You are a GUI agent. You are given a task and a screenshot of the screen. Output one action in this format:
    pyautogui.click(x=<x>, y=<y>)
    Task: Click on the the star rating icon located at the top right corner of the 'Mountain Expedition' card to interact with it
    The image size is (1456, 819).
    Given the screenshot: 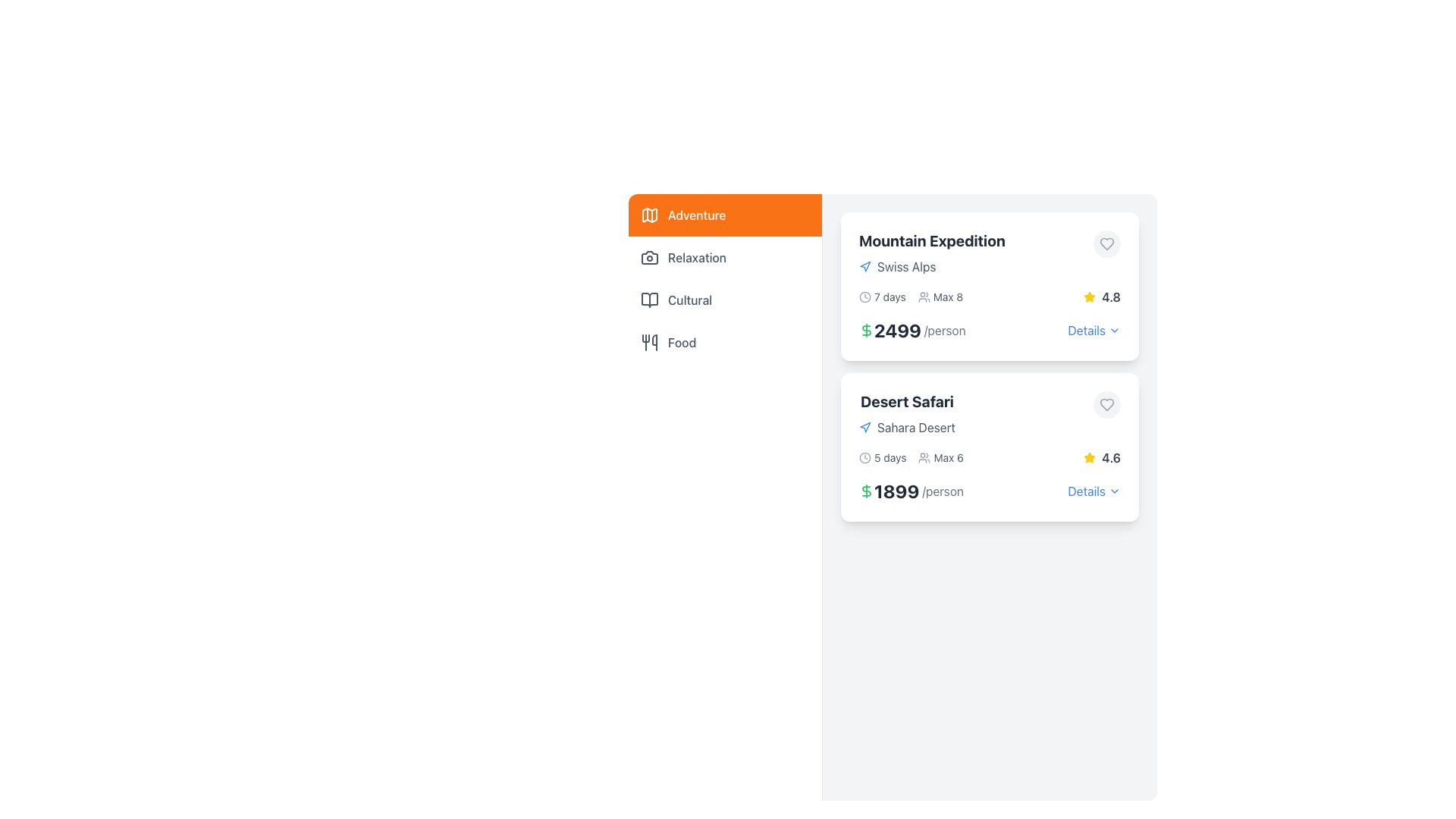 What is the action you would take?
    pyautogui.click(x=1089, y=297)
    